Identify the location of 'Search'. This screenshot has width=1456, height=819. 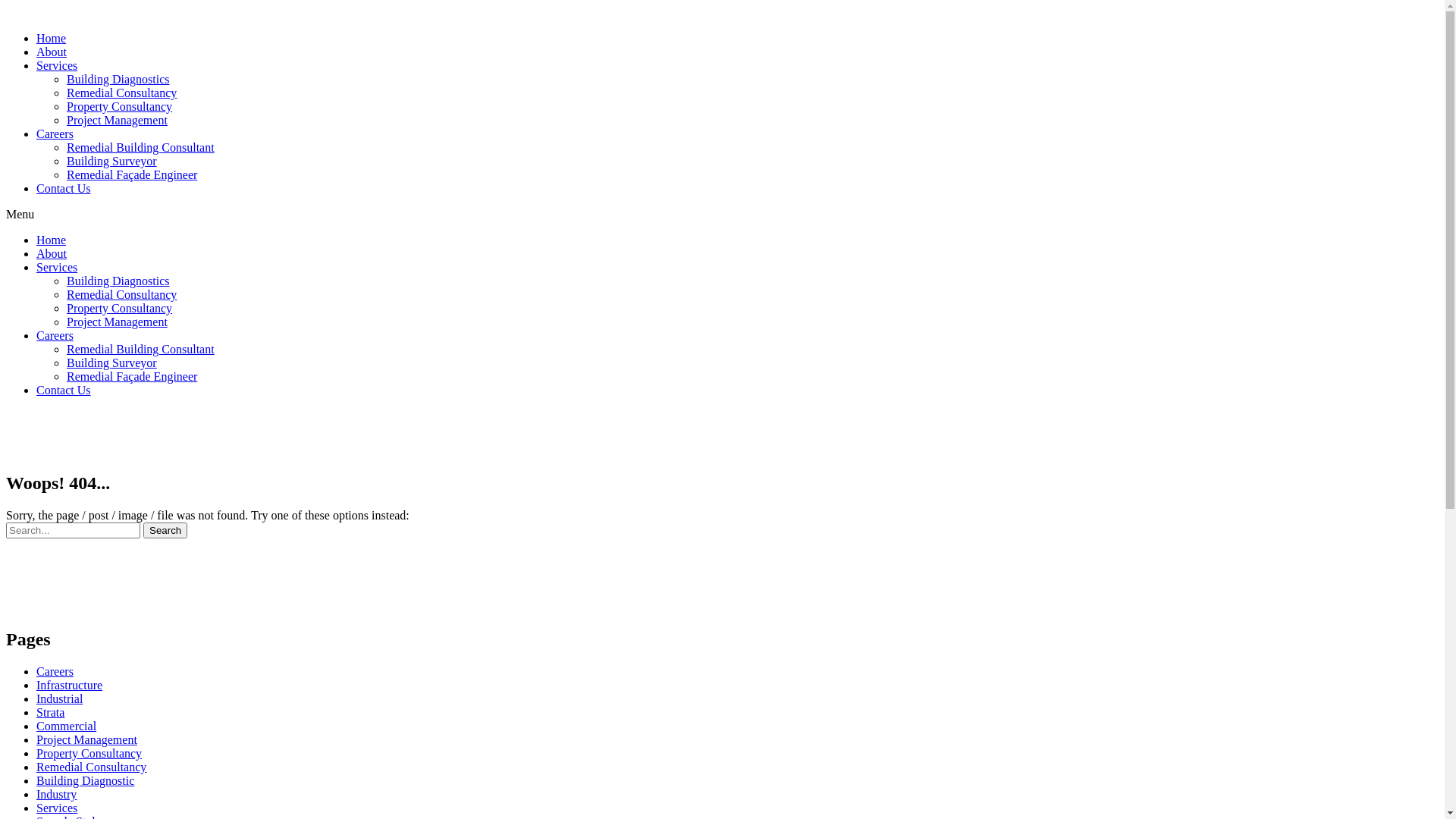
(165, 529).